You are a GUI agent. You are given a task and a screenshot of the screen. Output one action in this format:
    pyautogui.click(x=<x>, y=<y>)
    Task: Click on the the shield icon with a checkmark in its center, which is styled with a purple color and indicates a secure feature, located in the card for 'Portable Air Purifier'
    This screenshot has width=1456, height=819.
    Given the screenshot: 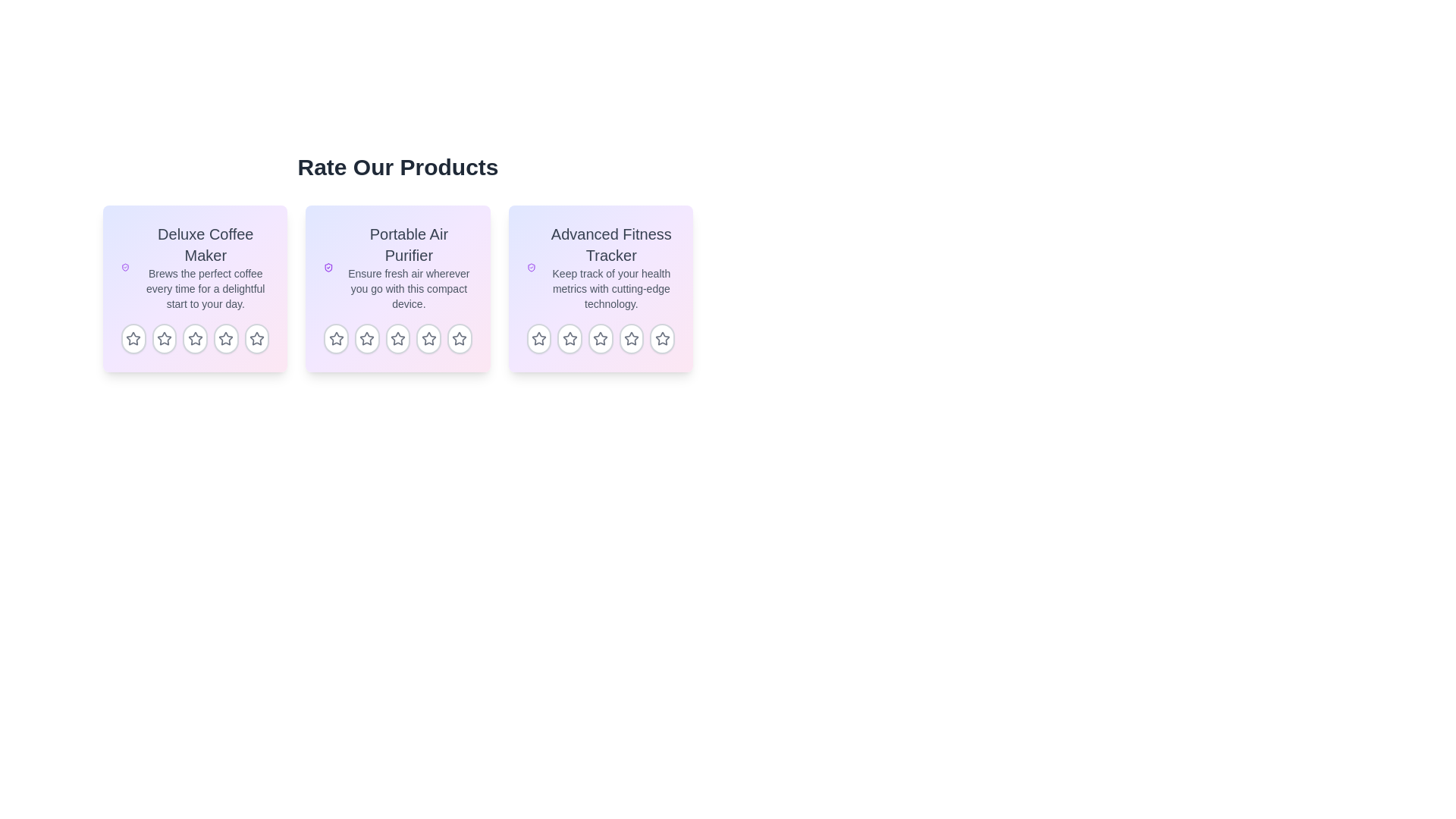 What is the action you would take?
    pyautogui.click(x=328, y=267)
    